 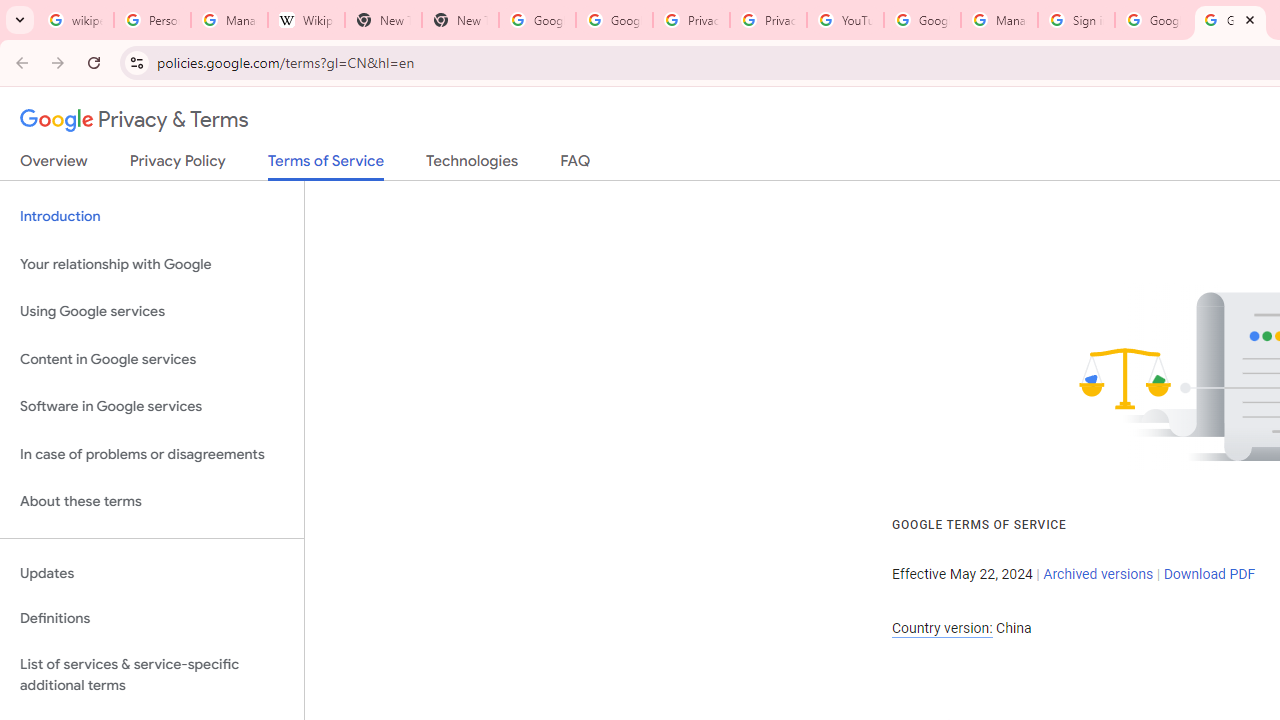 I want to click on 'FAQ', so click(x=575, y=164).